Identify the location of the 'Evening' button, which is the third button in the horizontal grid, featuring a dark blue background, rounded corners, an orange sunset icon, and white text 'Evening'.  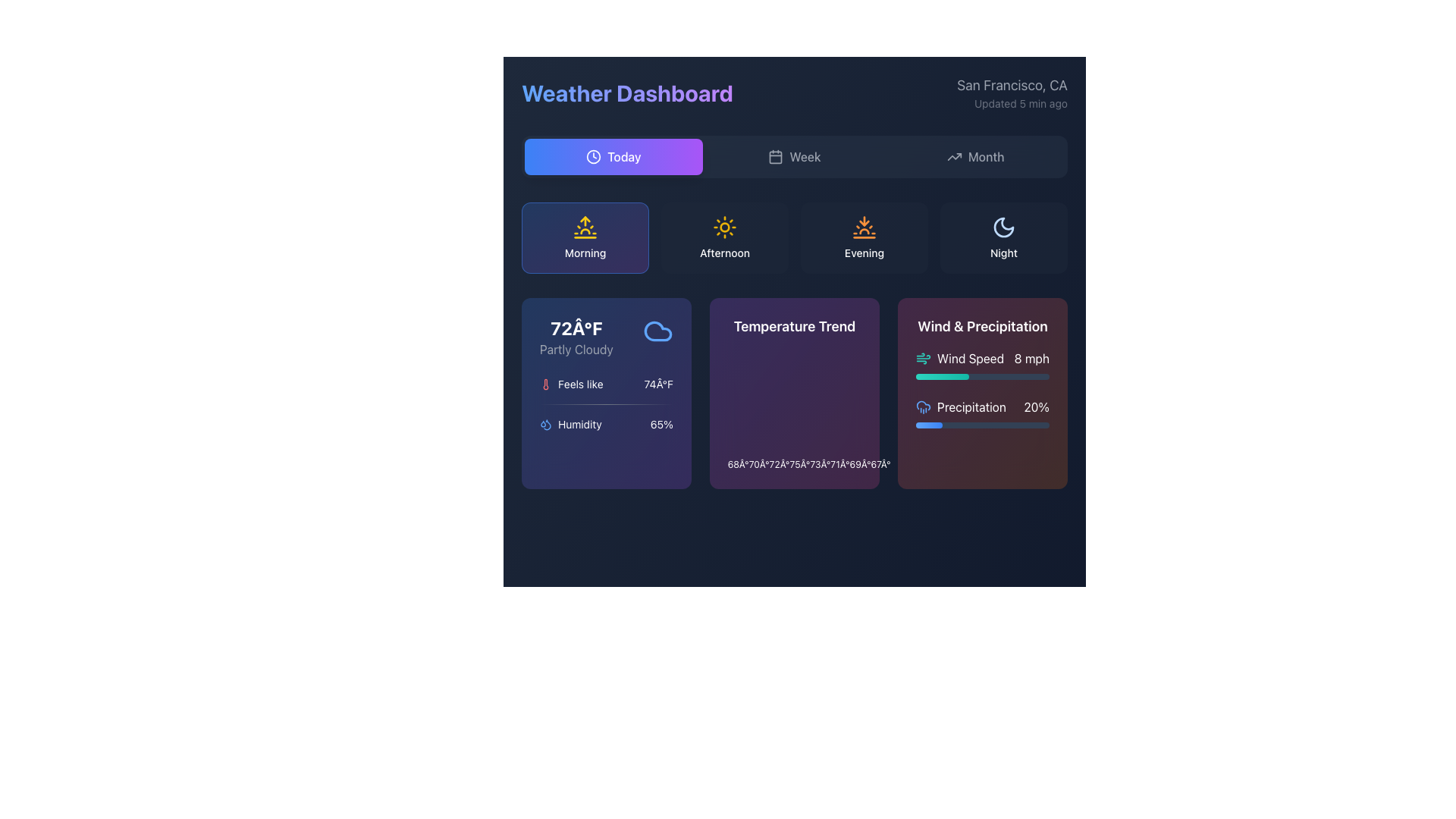
(864, 237).